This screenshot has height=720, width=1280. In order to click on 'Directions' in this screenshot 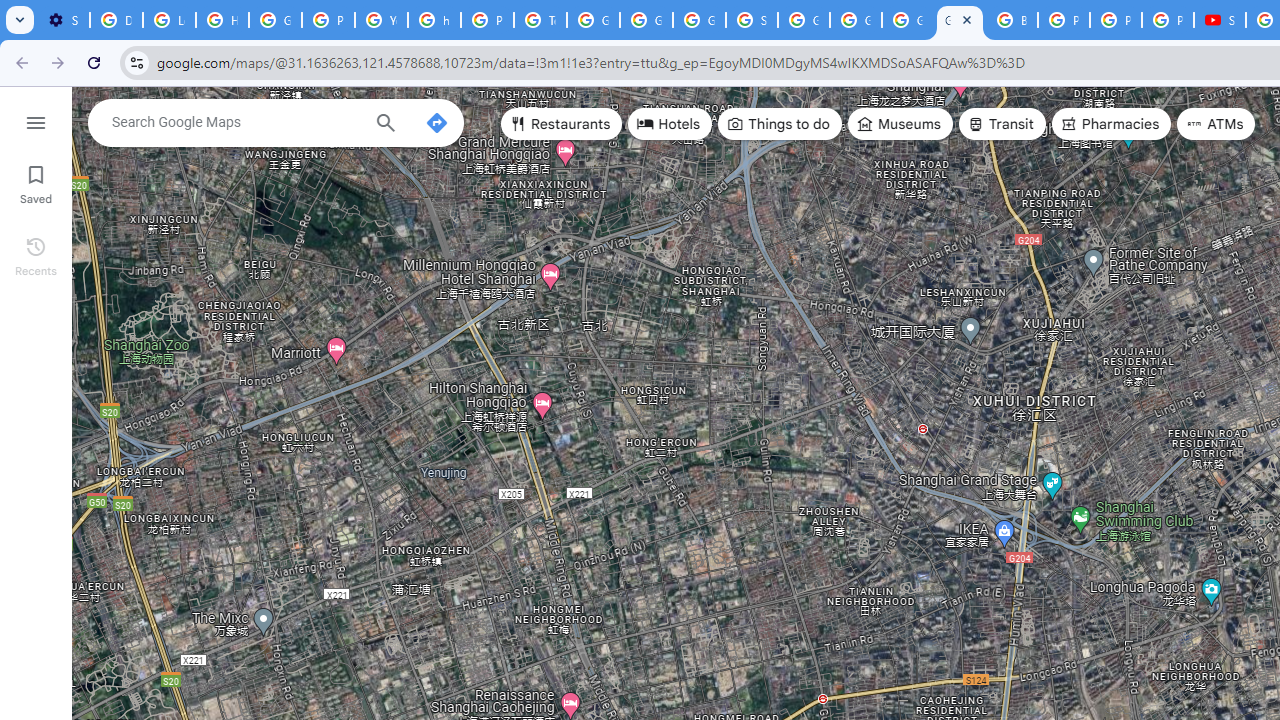, I will do `click(435, 123)`.